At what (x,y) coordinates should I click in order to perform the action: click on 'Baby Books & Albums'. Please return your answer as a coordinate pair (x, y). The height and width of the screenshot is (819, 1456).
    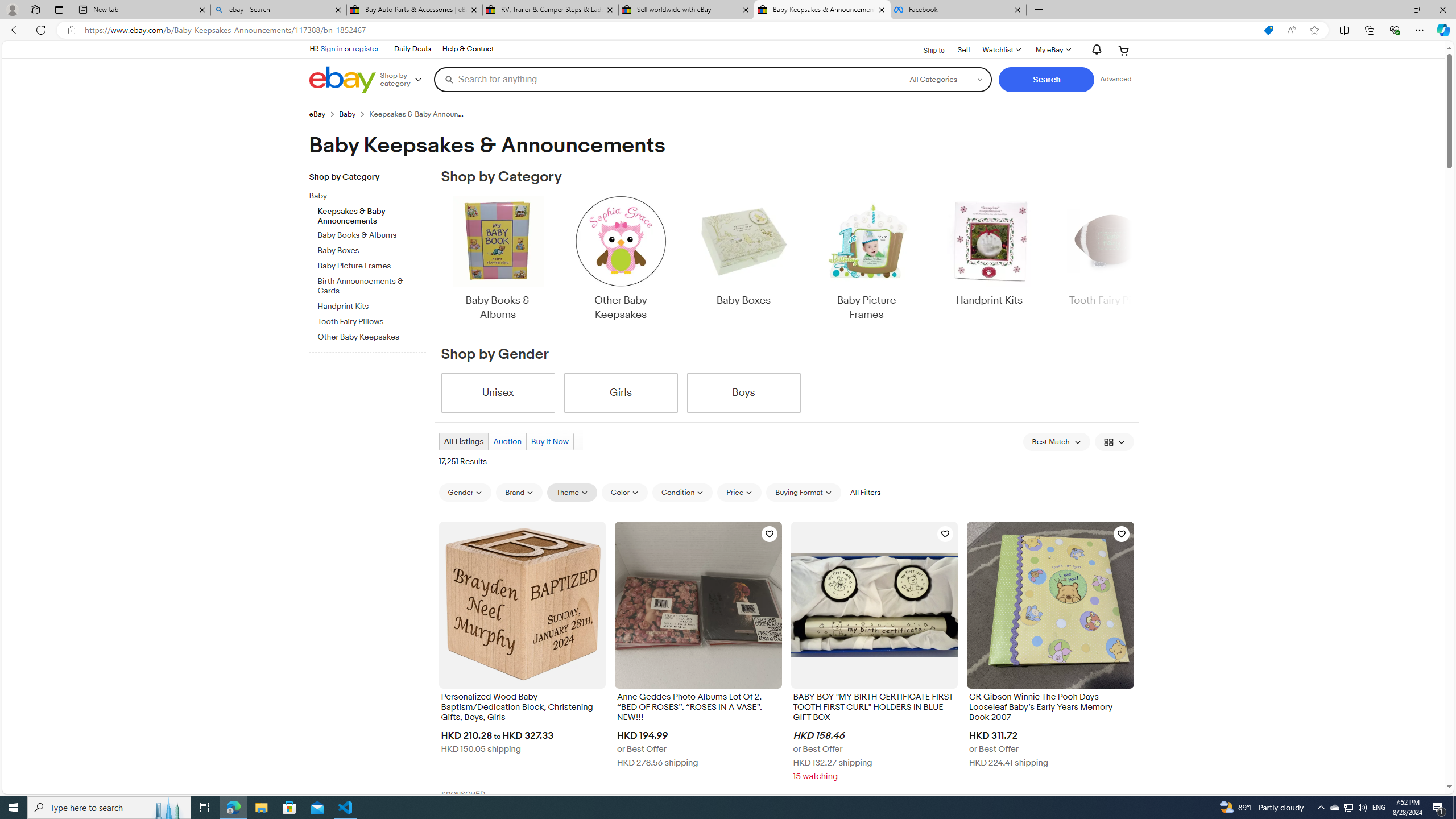
    Looking at the image, I should click on (498, 259).